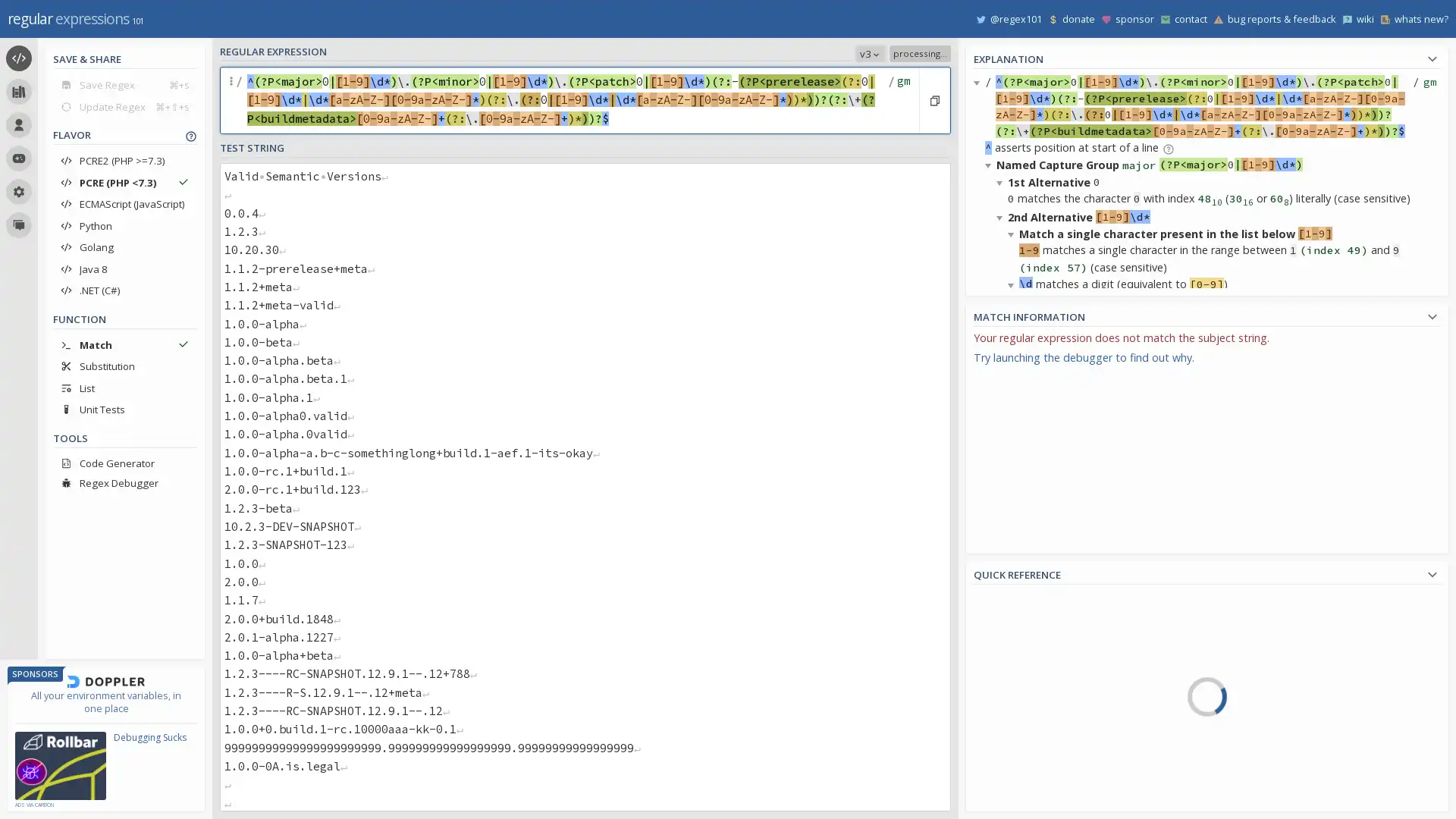 The width and height of the screenshot is (1456, 819). Describe the element at coordinates (1014, 472) in the screenshot. I see `Match 2` at that location.